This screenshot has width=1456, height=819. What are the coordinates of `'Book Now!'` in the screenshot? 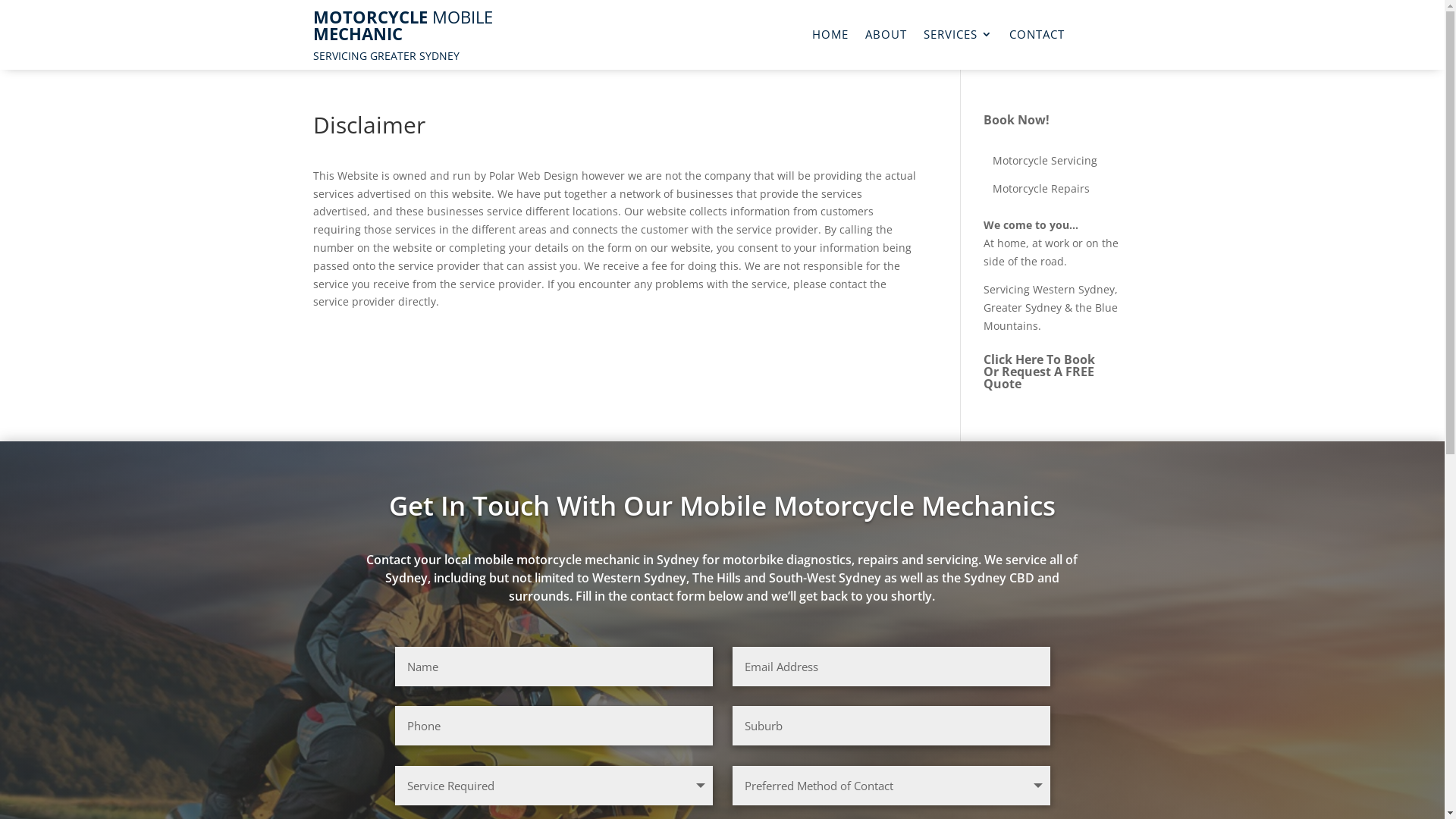 It's located at (1016, 119).